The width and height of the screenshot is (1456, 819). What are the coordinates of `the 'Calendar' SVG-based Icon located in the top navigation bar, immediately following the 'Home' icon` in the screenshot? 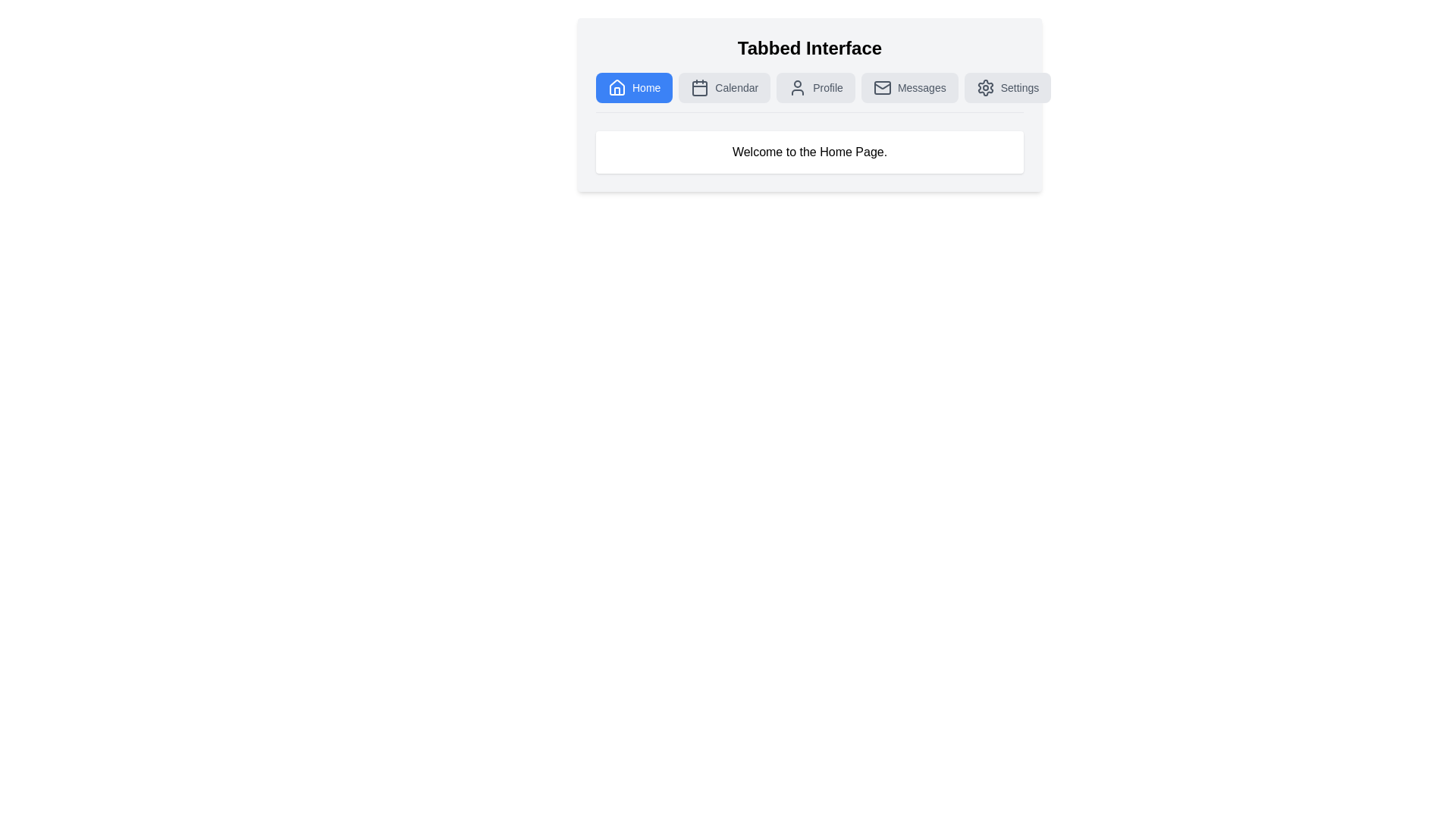 It's located at (699, 87).